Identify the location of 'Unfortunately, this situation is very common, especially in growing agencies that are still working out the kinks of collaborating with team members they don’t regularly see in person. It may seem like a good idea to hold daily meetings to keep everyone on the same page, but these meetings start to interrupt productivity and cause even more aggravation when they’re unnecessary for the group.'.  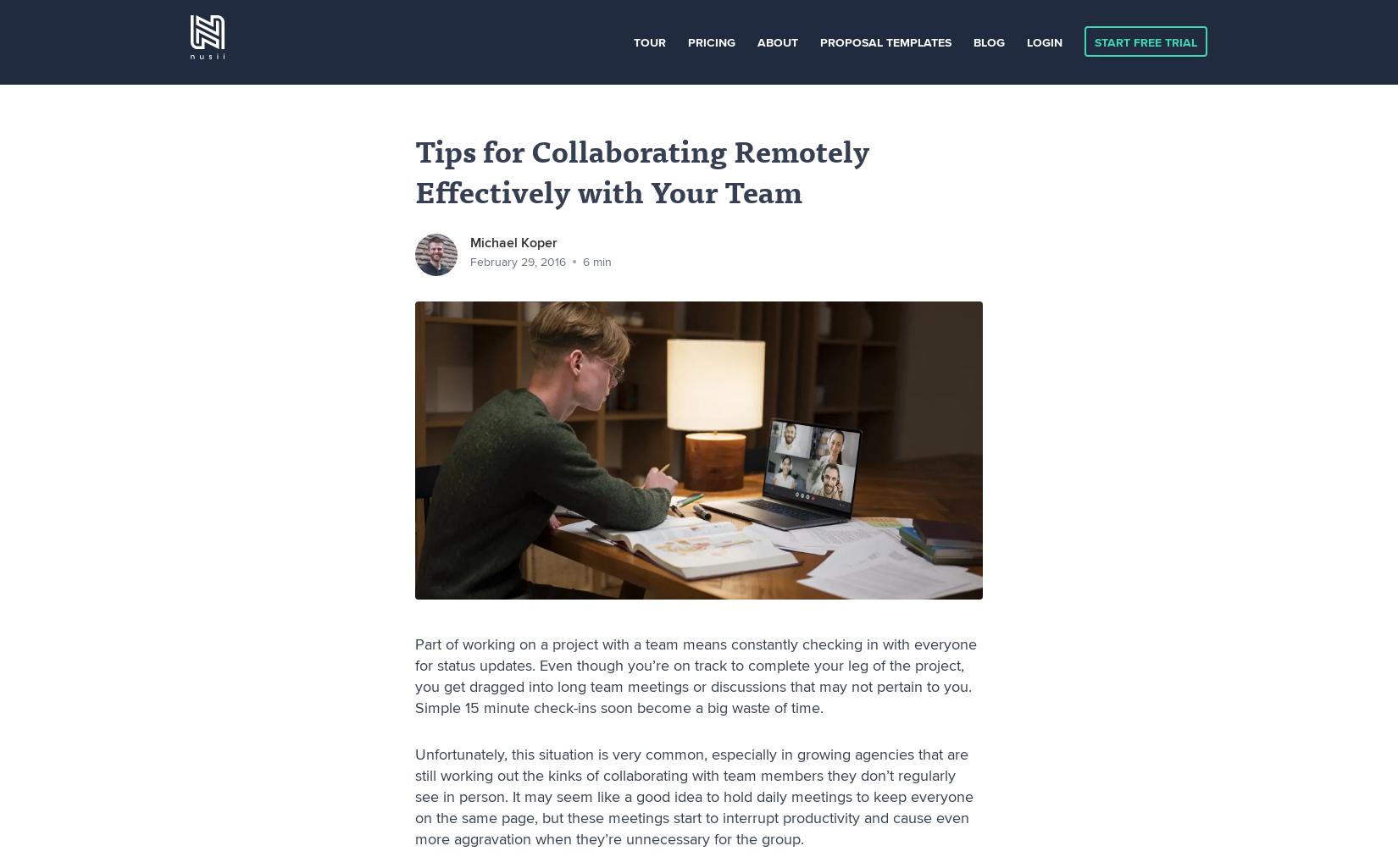
(414, 795).